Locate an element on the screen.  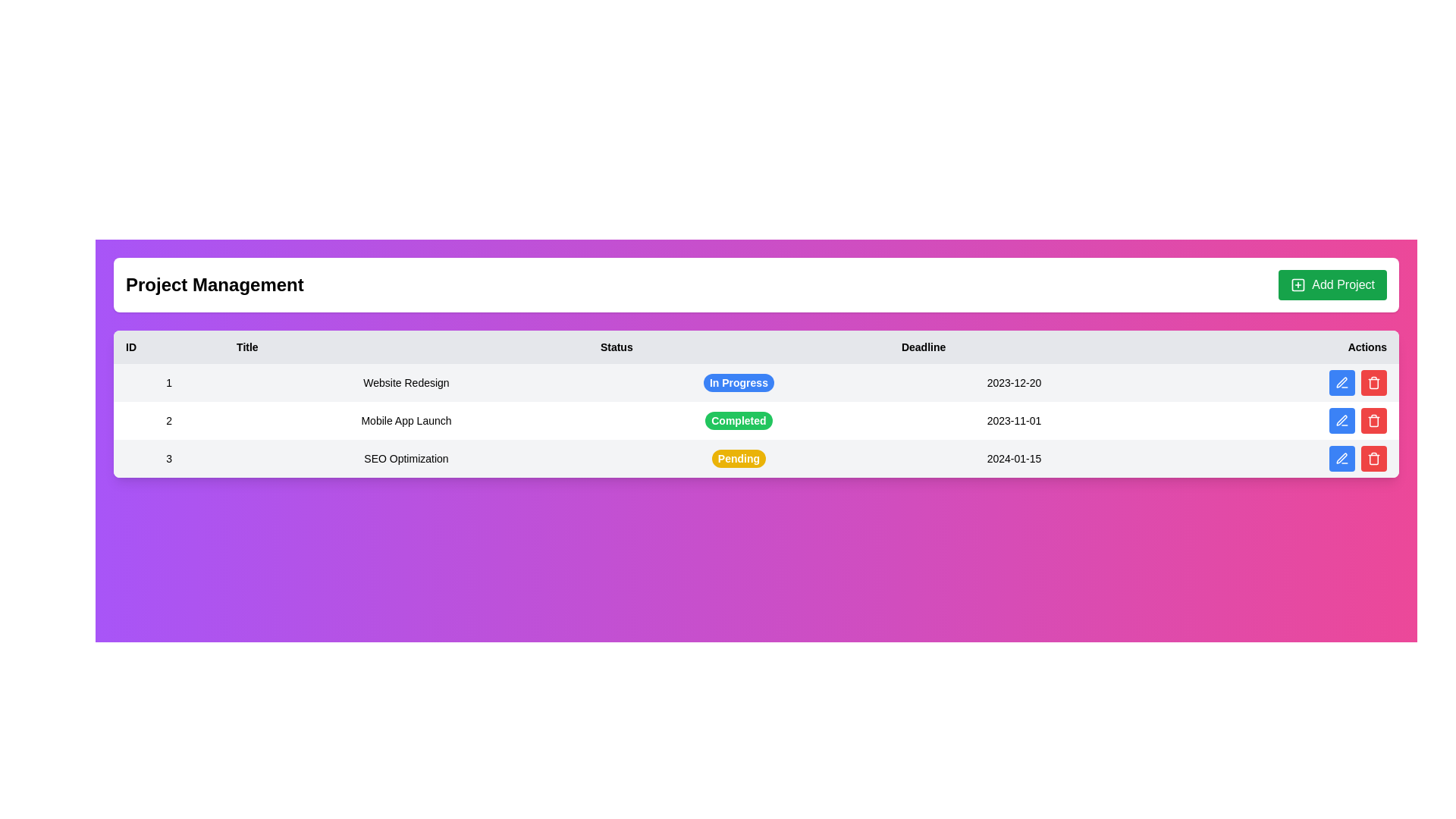
the red button with a trash icon located in the second position of the 'Actions' column in the third row of the table is located at coordinates (1373, 421).